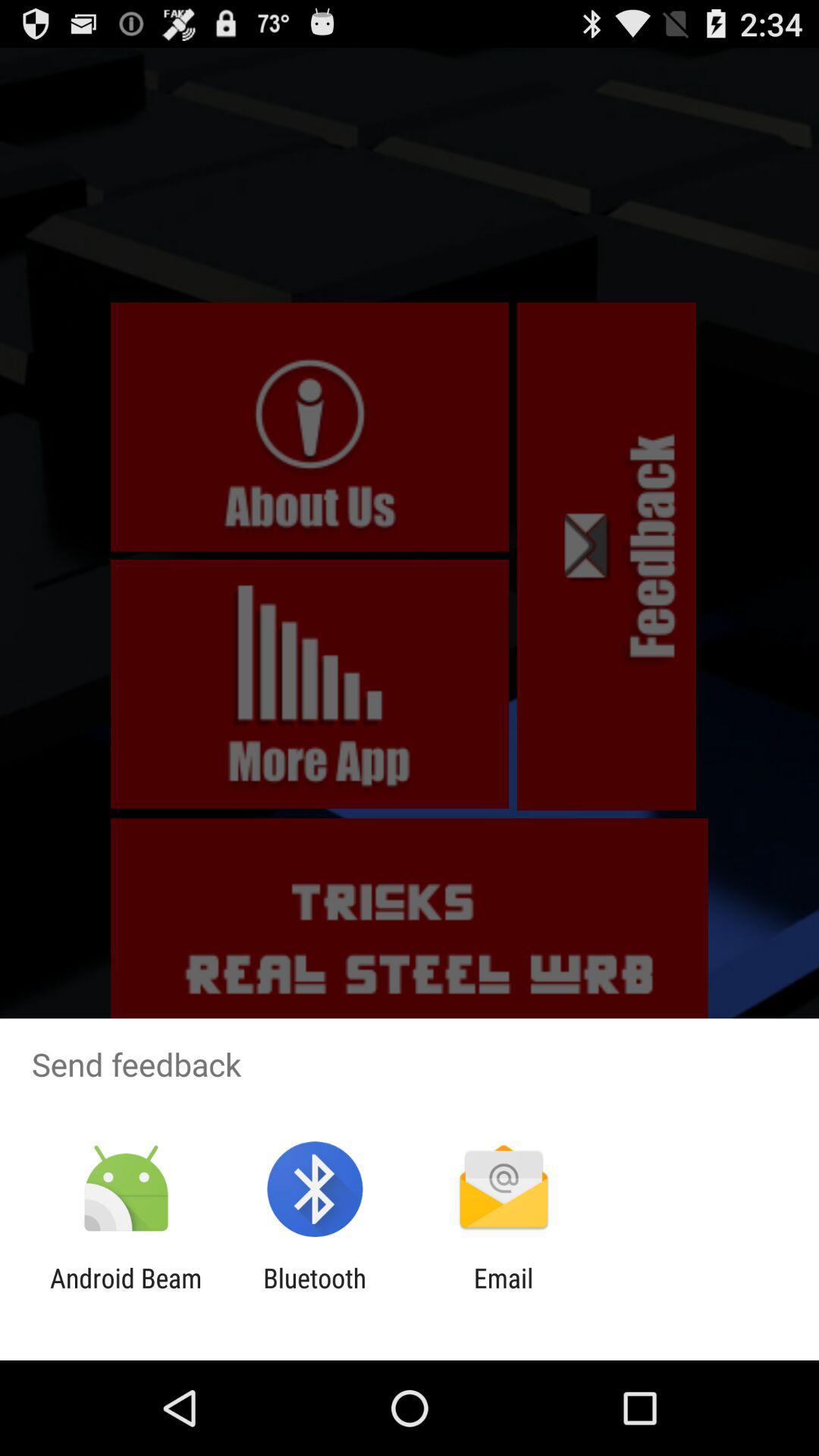 The width and height of the screenshot is (819, 1456). Describe the element at coordinates (504, 1293) in the screenshot. I see `the email item` at that location.